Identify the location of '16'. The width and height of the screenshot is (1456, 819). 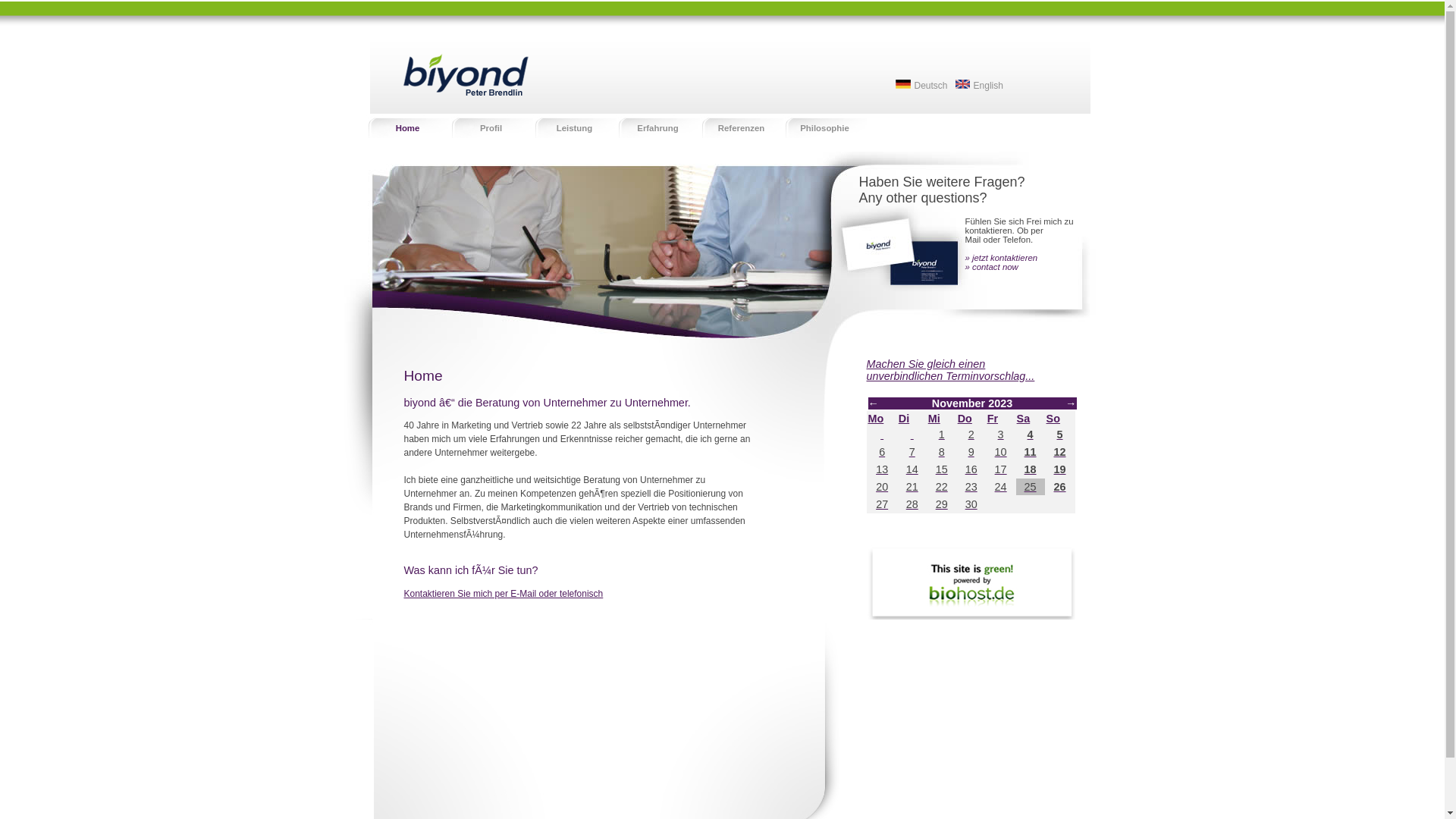
(971, 468).